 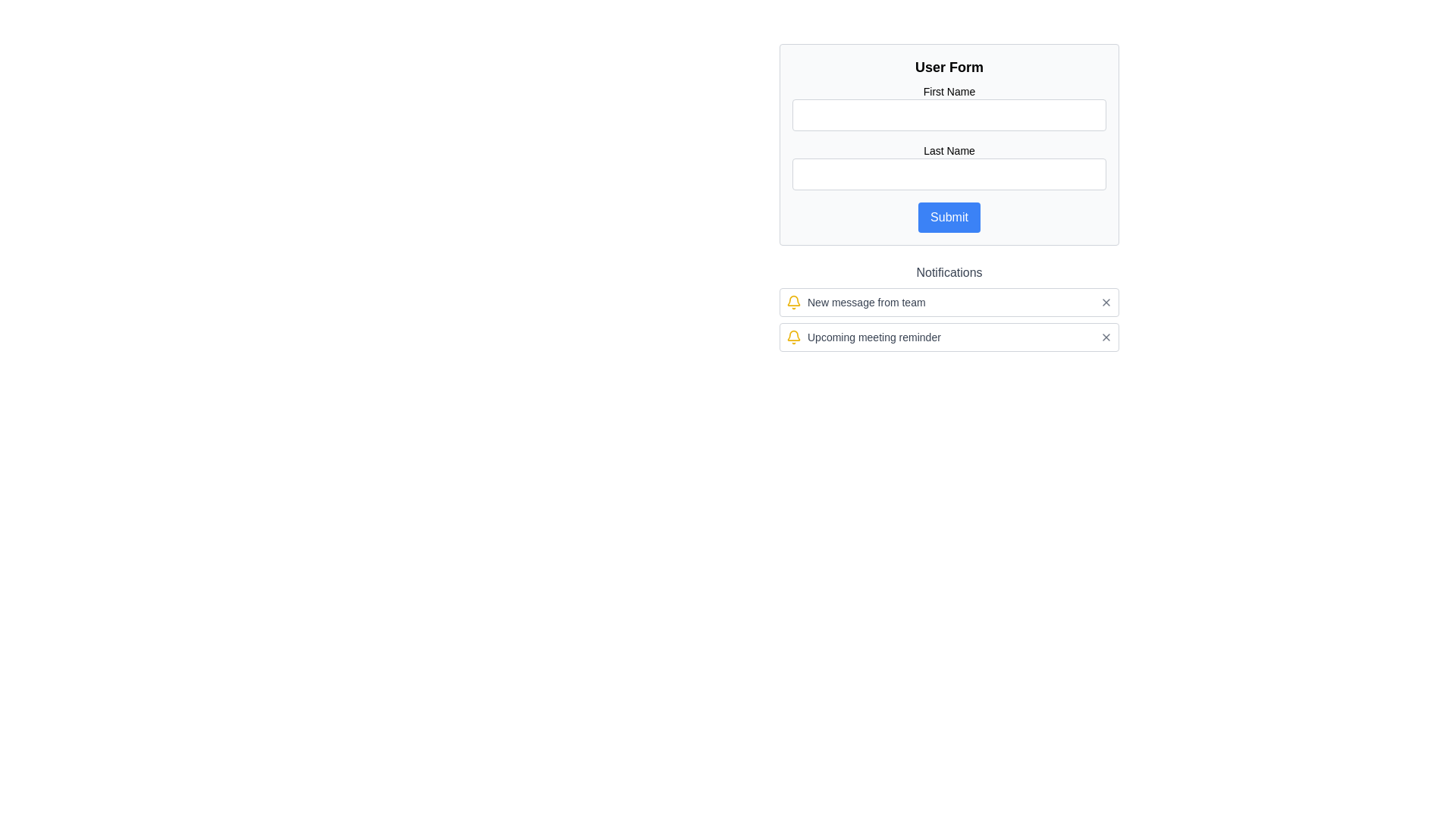 What do you see at coordinates (1106, 336) in the screenshot?
I see `the gray 'X' icon button located next to the 'Upcoming meeting reminder' text to change its color to red` at bounding box center [1106, 336].